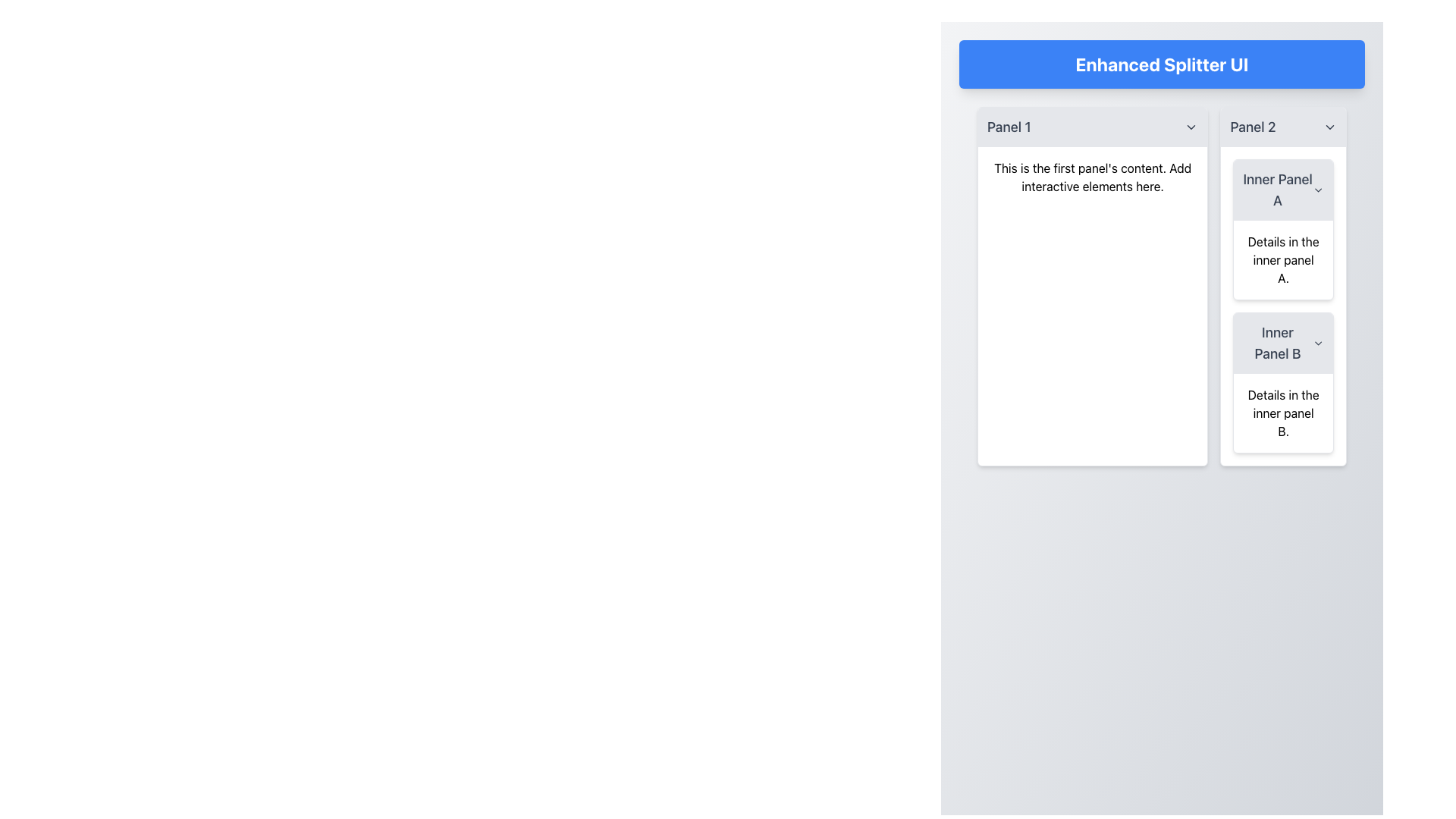 The width and height of the screenshot is (1456, 819). I want to click on the chevron icon located at the far-right end of the 'Panel 2' header bar, so click(1329, 127).